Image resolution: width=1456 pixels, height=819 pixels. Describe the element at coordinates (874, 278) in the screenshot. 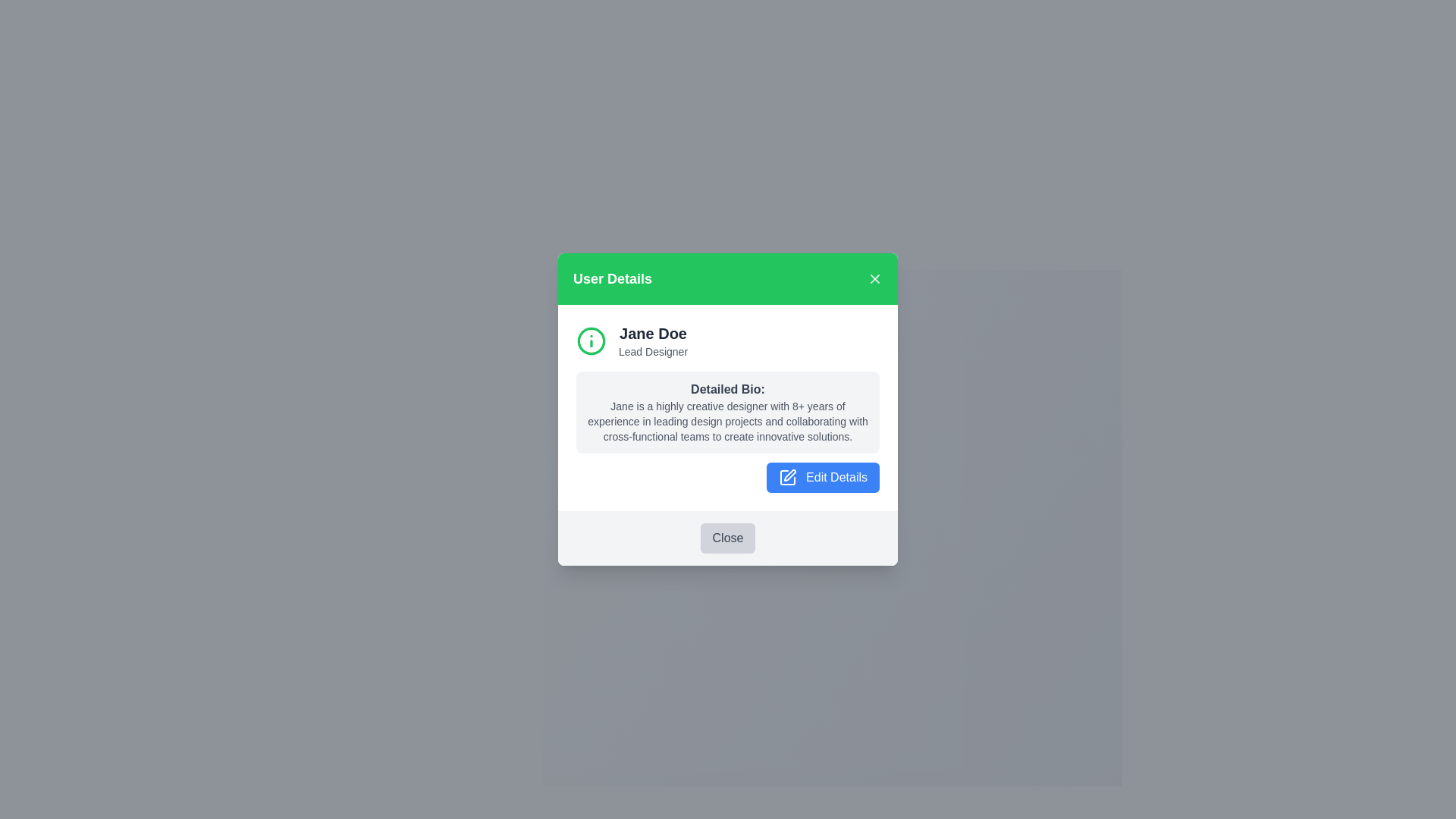

I see `the close icon located in the top-right corner of the green header of the 'User Details' modal dialog` at that location.